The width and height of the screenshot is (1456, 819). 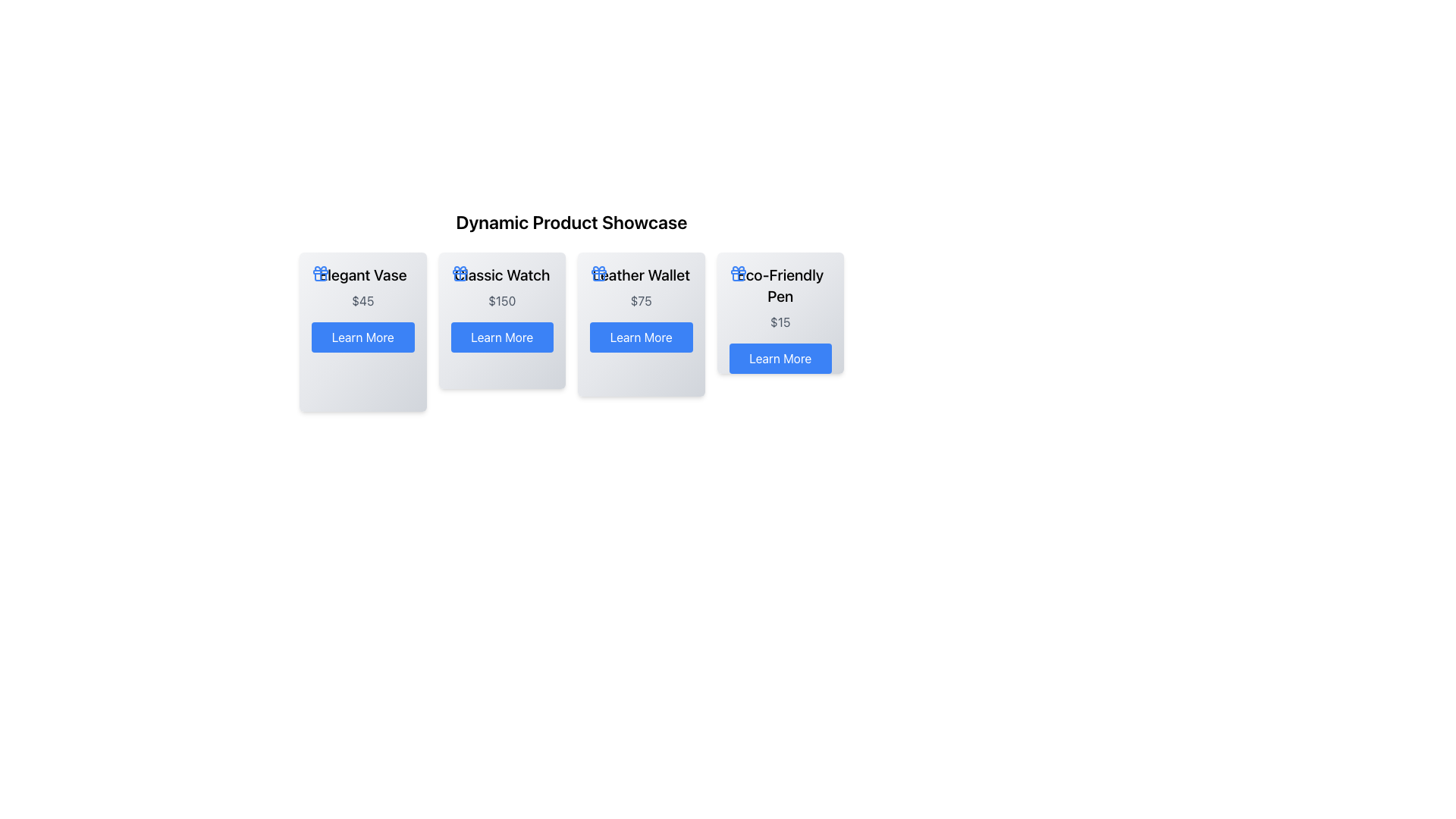 I want to click on the blue 'Learn More' button with rounded corners located in the second card labeled 'Classic Watch' and '$150', so click(x=502, y=336).